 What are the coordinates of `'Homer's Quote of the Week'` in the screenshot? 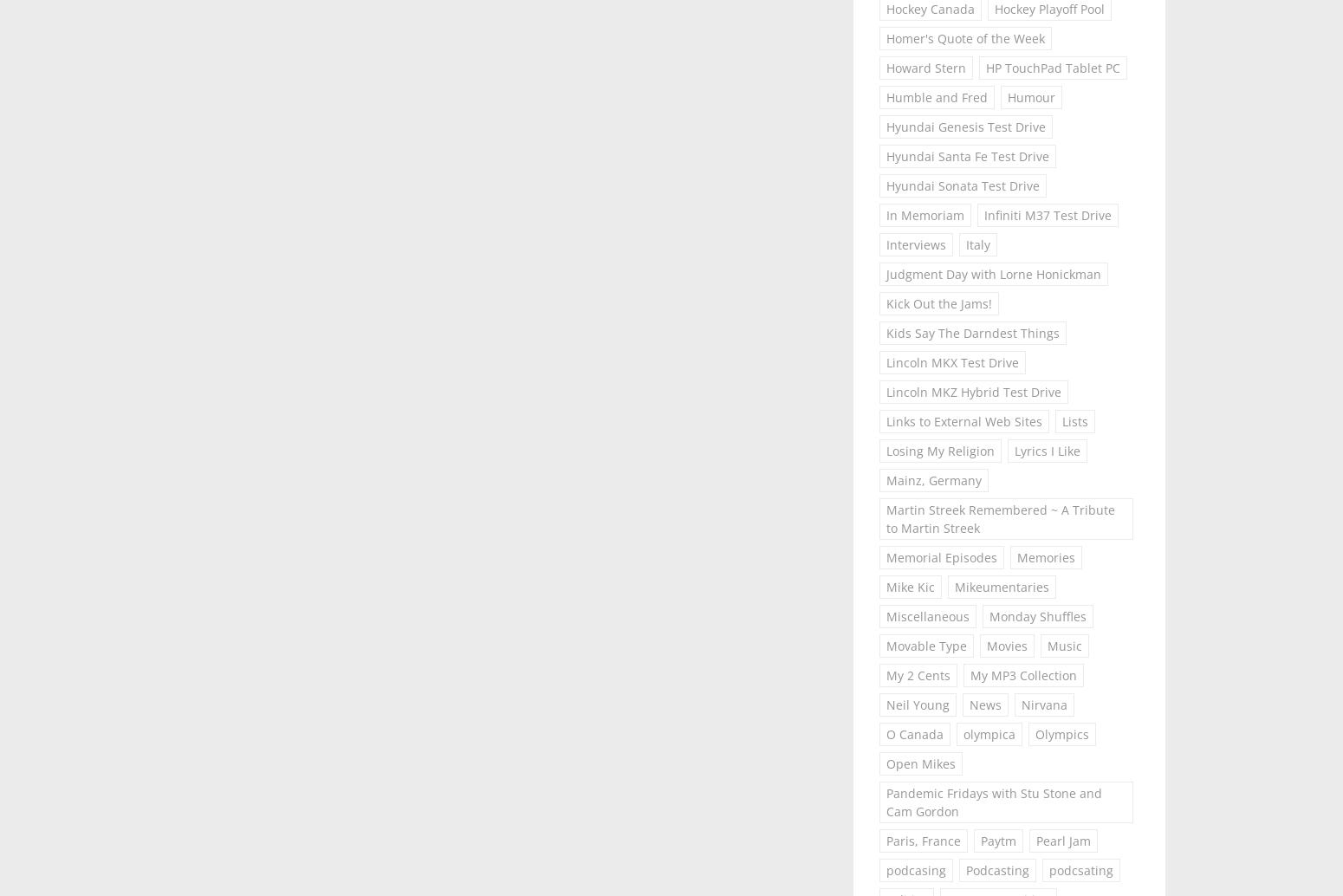 It's located at (964, 38).